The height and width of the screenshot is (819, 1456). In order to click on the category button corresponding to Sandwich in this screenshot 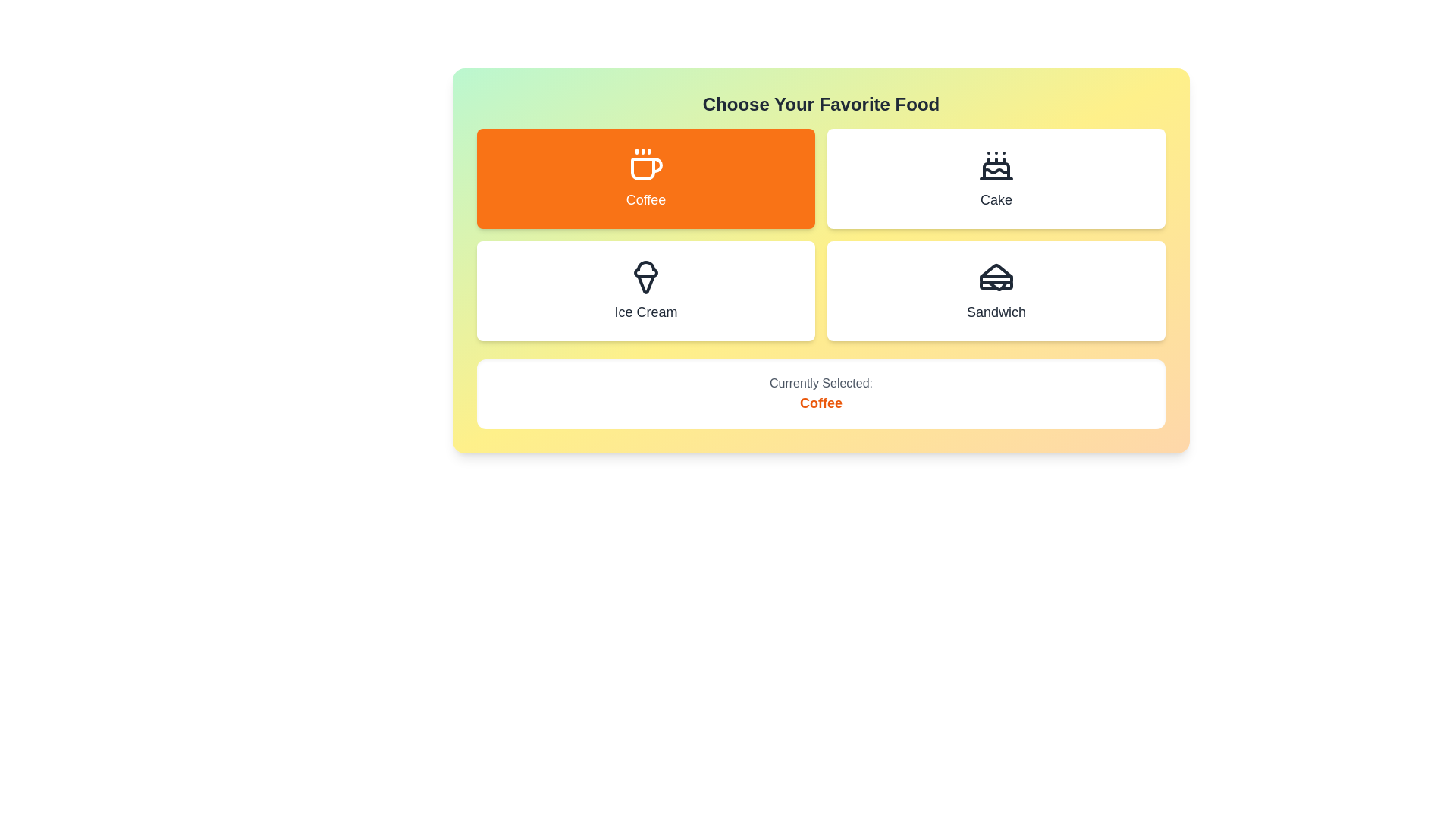, I will do `click(996, 291)`.